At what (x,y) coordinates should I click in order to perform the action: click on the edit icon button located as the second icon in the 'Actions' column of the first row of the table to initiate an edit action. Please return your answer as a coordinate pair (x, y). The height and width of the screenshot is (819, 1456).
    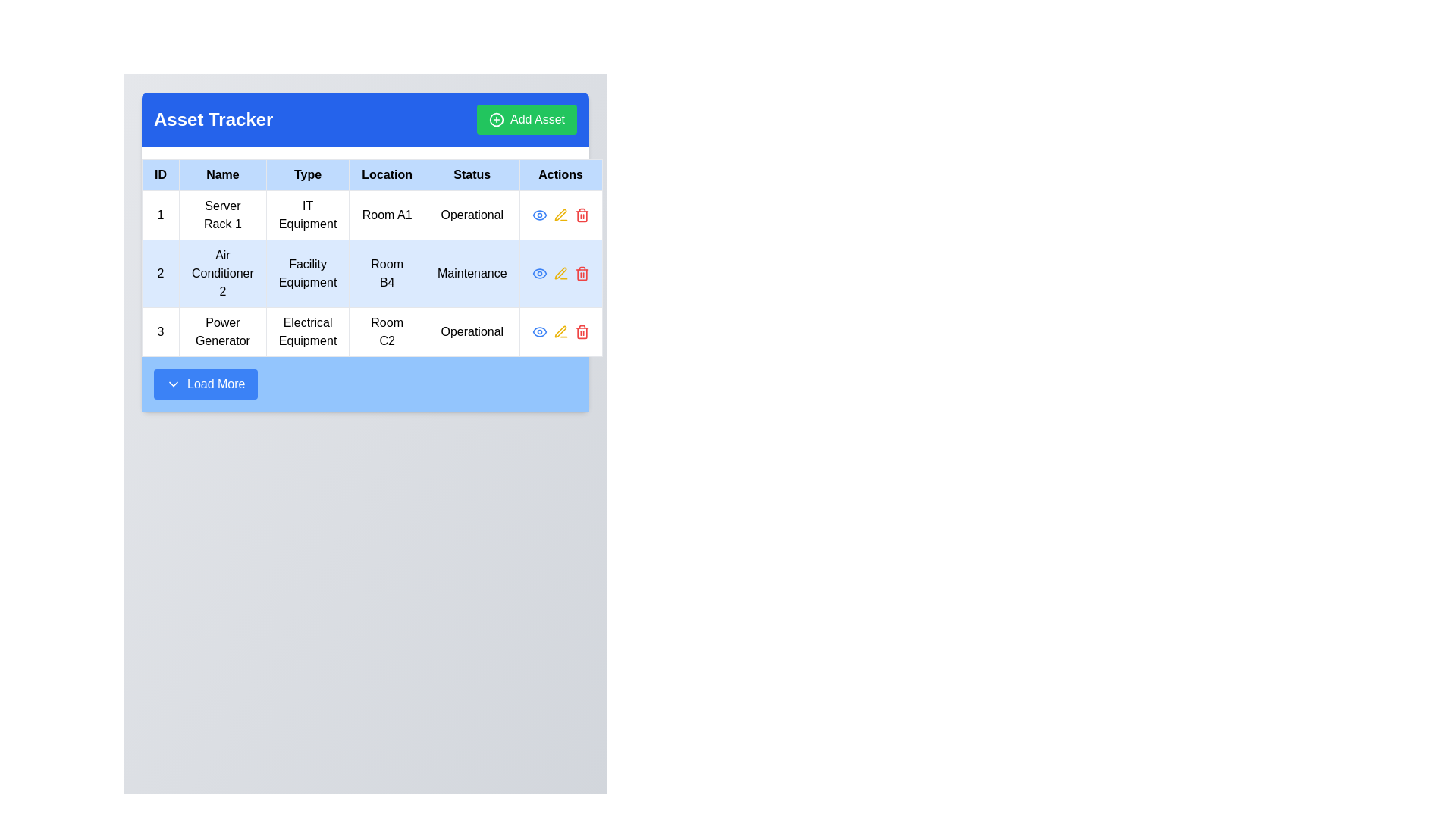
    Looking at the image, I should click on (560, 215).